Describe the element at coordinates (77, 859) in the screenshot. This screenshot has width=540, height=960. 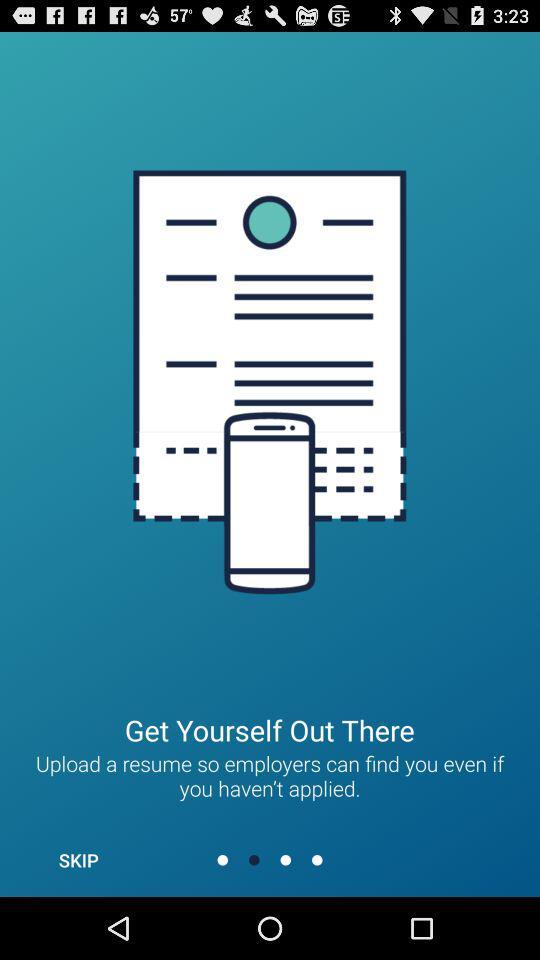
I see `the icon below the upload a resume icon` at that location.